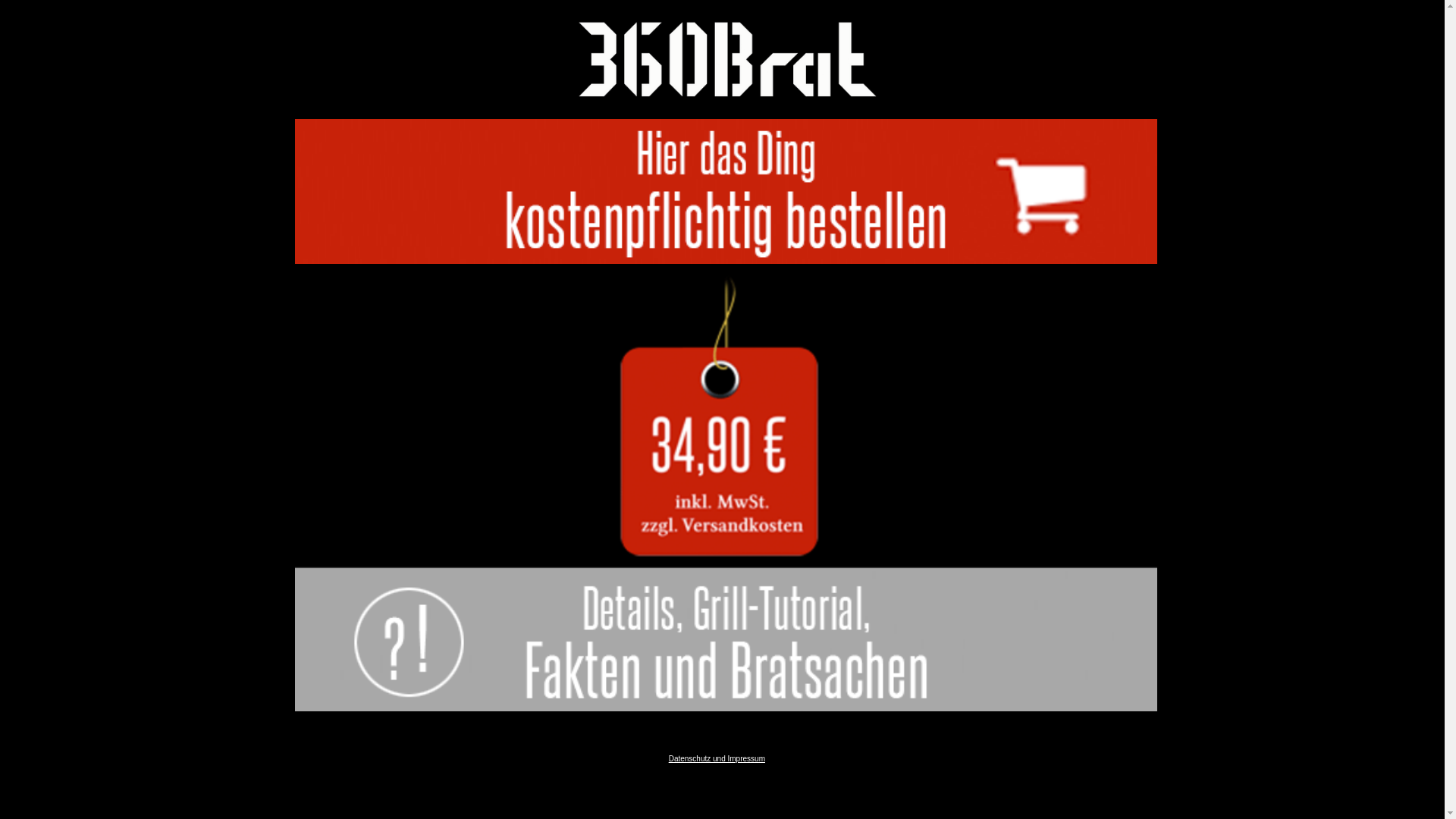  What do you see at coordinates (716, 758) in the screenshot?
I see `'Datenschutz und Impressum'` at bounding box center [716, 758].